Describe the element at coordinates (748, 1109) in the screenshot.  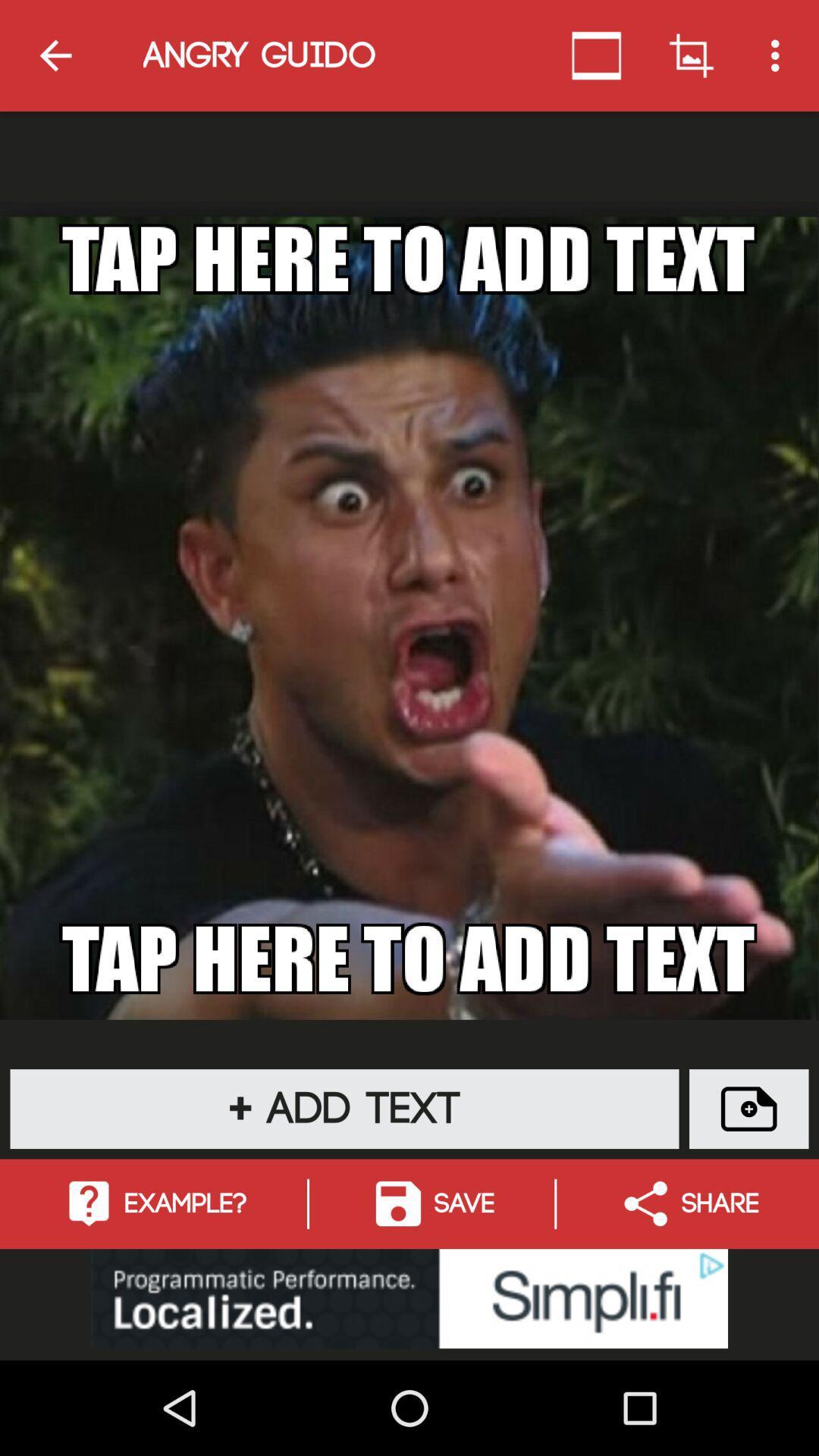
I see `open text option` at that location.